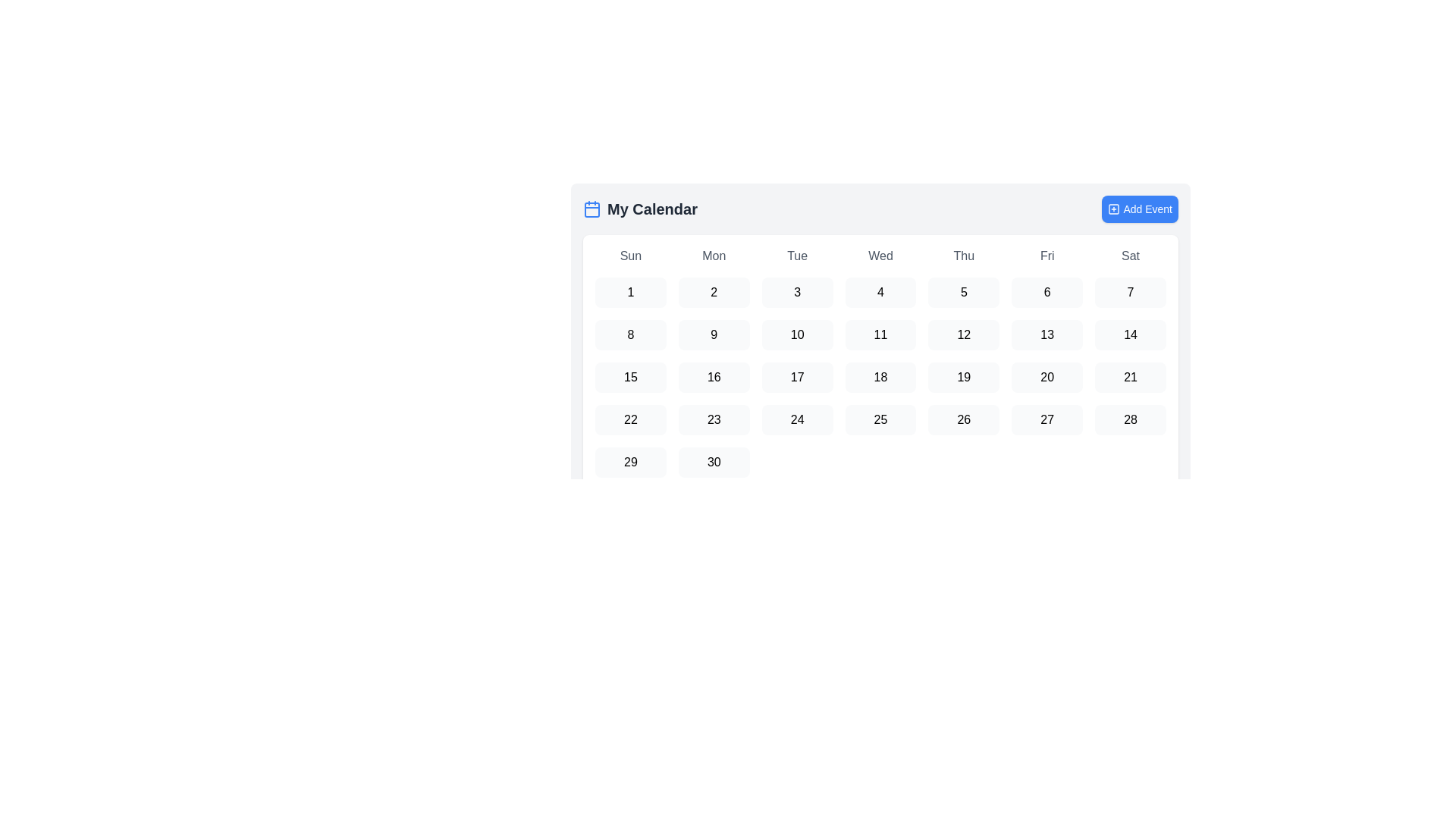  What do you see at coordinates (713, 376) in the screenshot?
I see `the Date button labeled '16' which is a rounded rectangular button with a light gray background located in the calendar grid under the 'Mon' column` at bounding box center [713, 376].